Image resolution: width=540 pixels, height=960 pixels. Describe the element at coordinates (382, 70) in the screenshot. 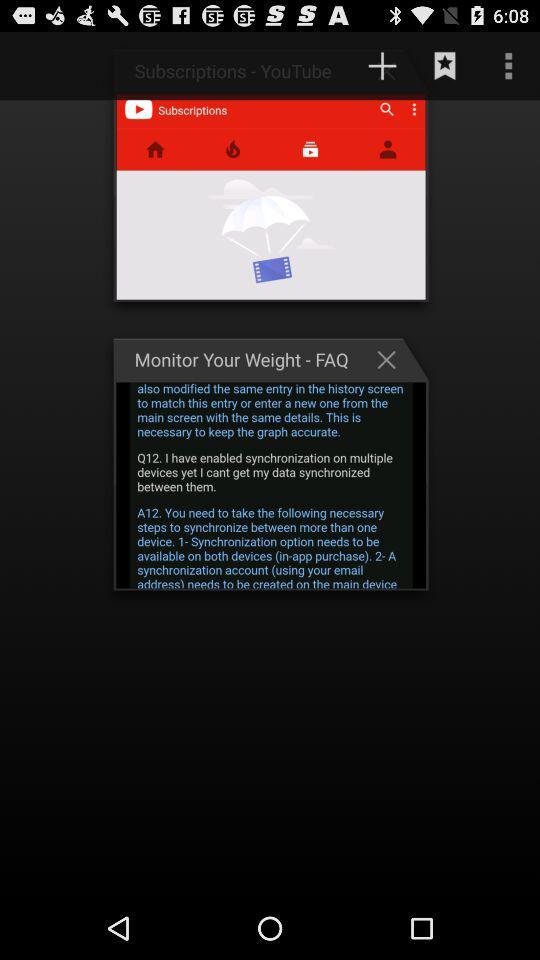

I see `the add icon` at that location.